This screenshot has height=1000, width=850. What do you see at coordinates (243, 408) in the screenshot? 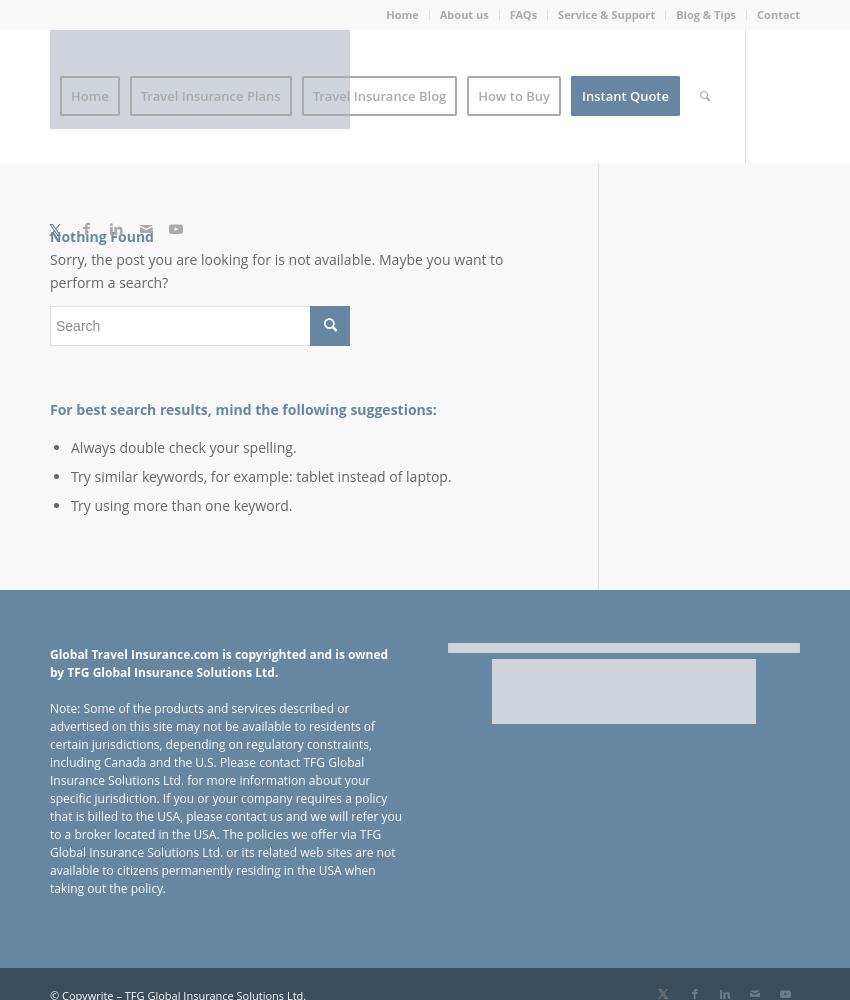
I see `'For best search results, mind the following suggestions:'` at bounding box center [243, 408].